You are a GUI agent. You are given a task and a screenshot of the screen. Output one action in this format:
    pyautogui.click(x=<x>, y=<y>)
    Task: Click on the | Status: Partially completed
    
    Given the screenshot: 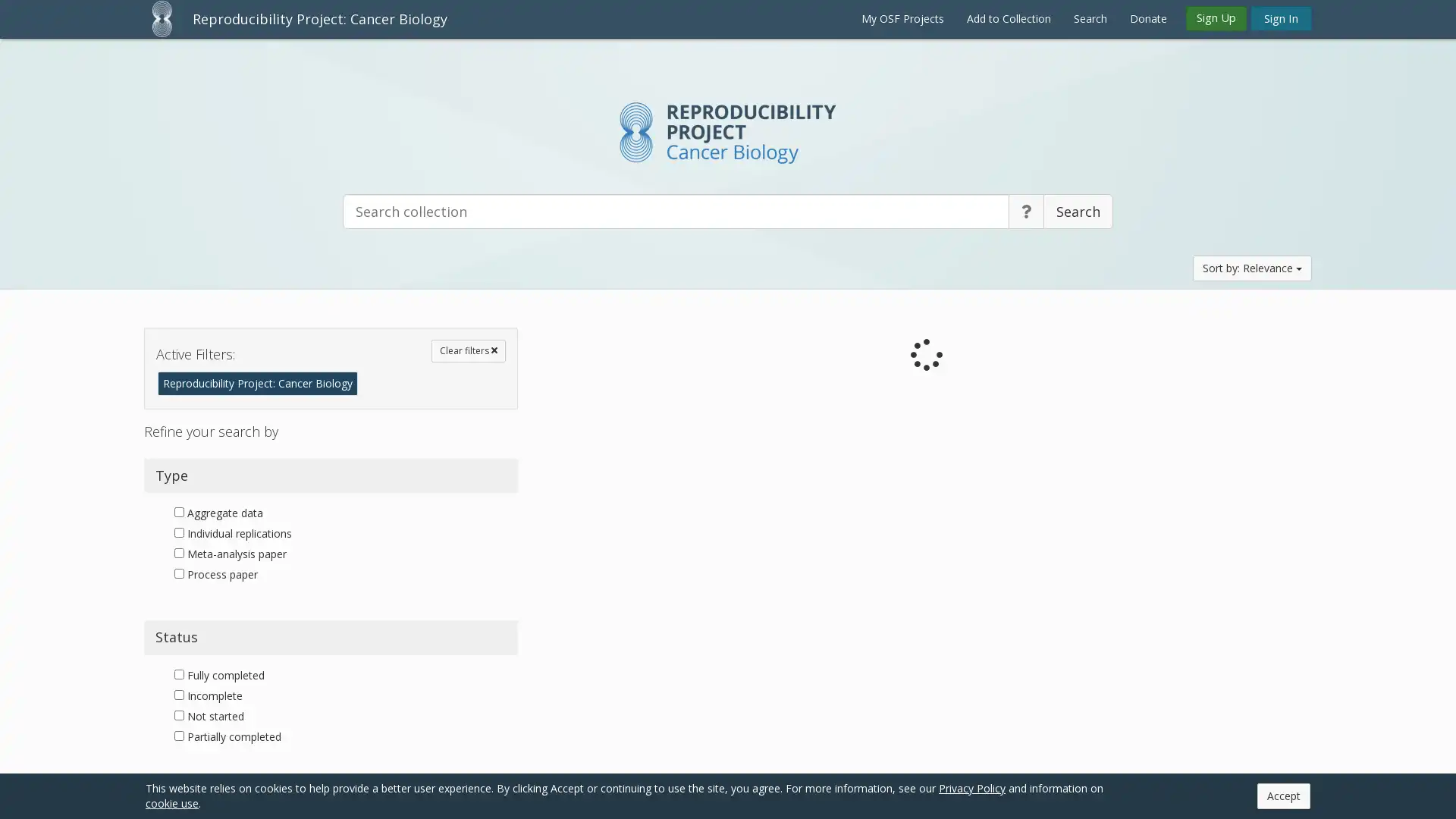 What is the action you would take?
    pyautogui.click(x=785, y=777)
    